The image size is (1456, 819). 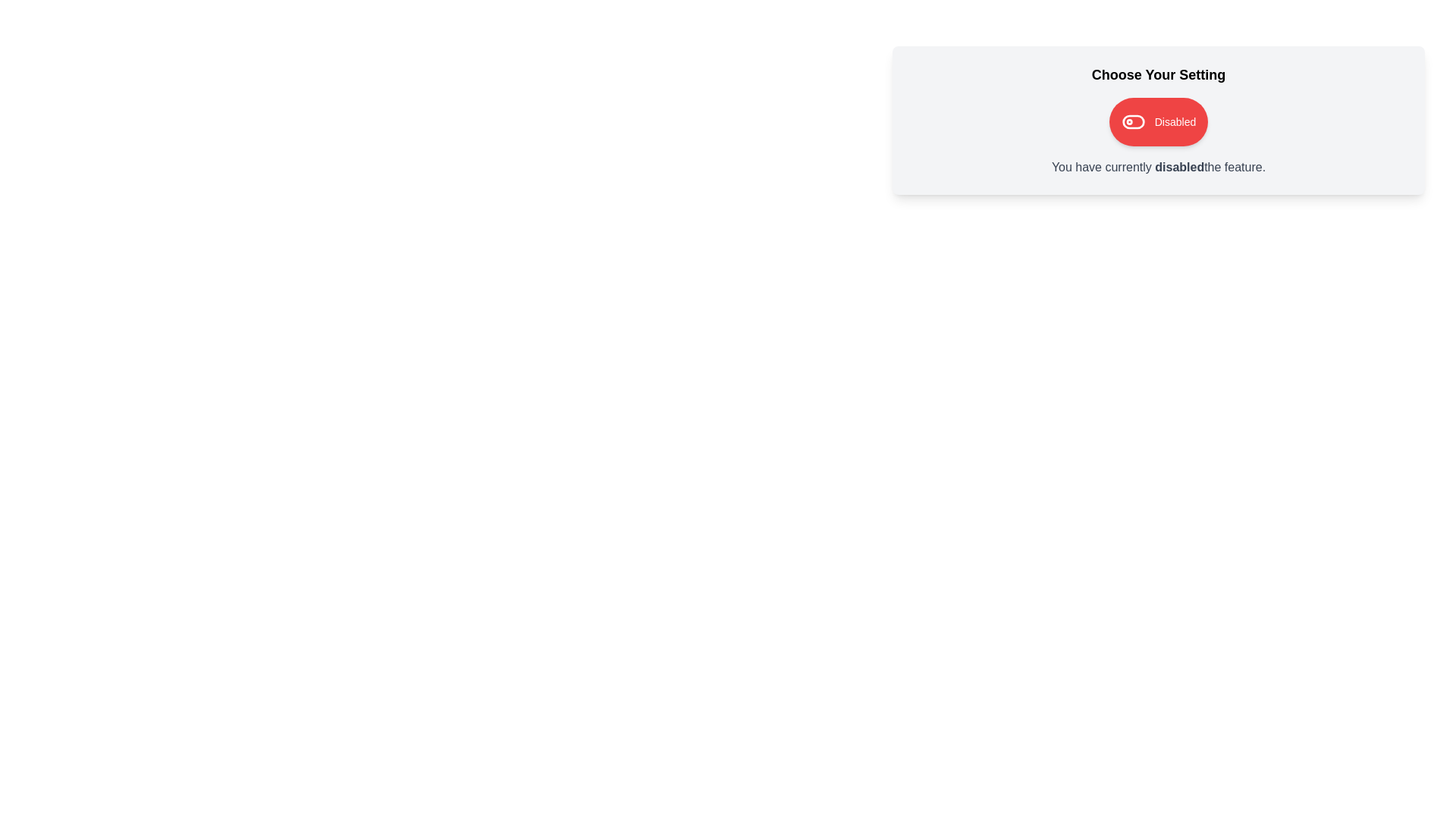 I want to click on the toggle button to change its state, so click(x=1157, y=121).